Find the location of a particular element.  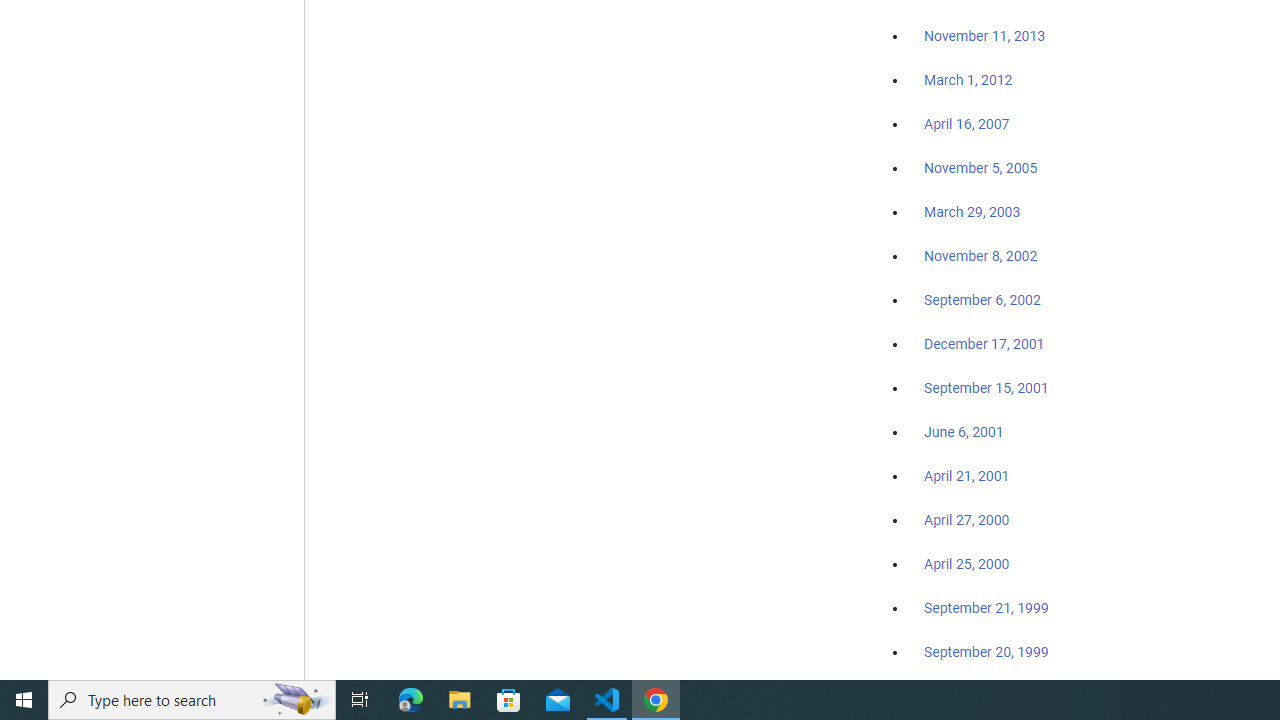

'November 5, 2005' is located at coordinates (981, 167).